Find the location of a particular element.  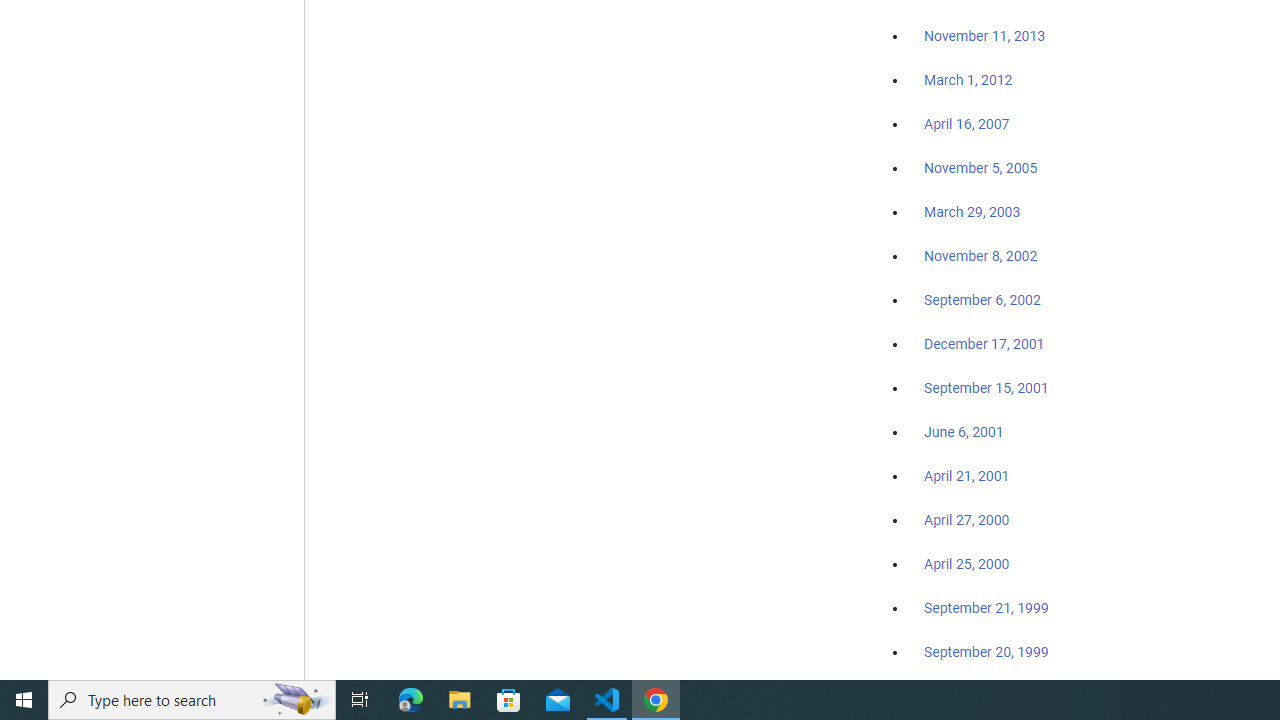

'November 5, 2005' is located at coordinates (981, 167).